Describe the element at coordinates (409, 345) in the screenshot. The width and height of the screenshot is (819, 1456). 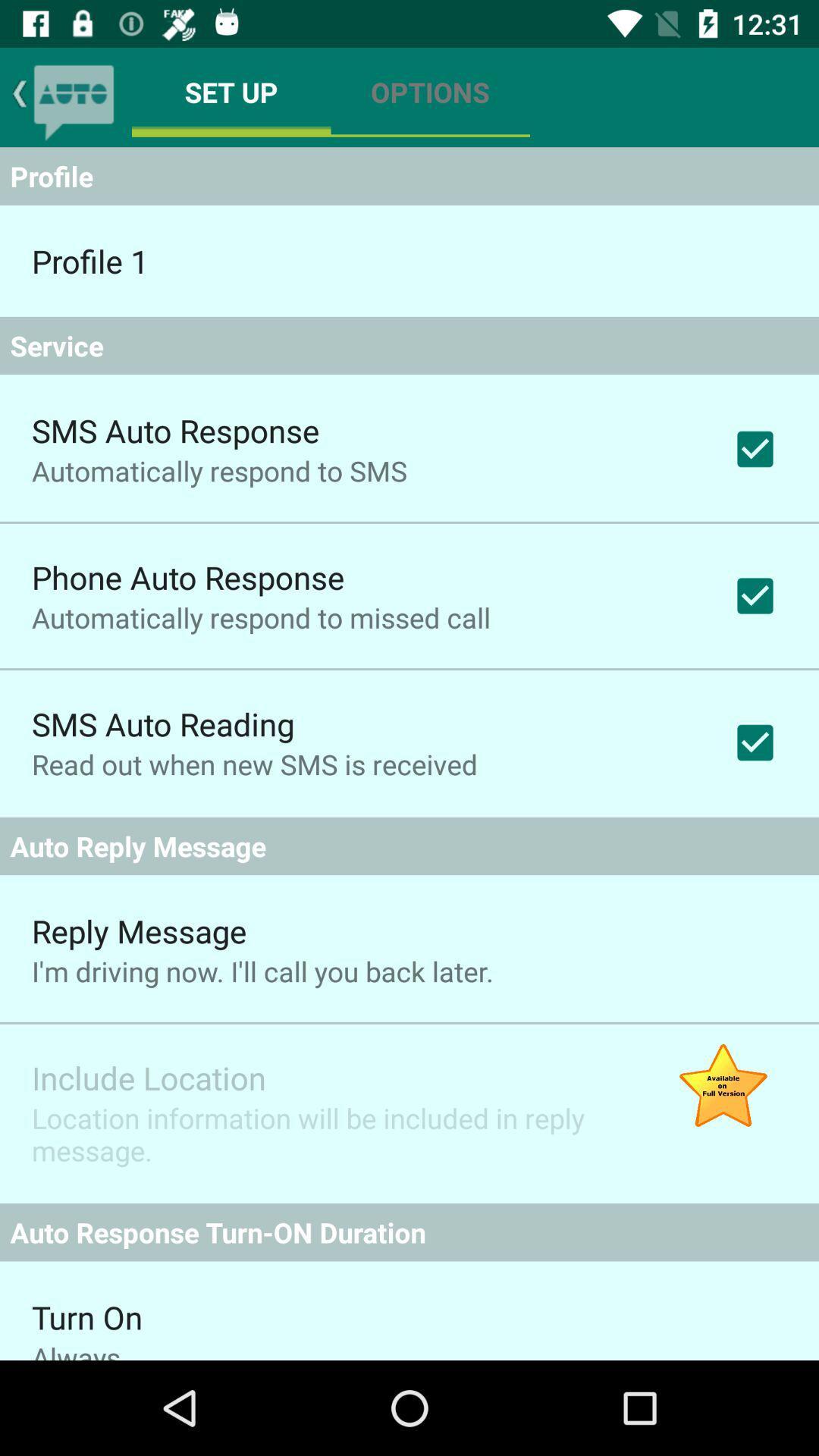
I see `item below the profile 1` at that location.